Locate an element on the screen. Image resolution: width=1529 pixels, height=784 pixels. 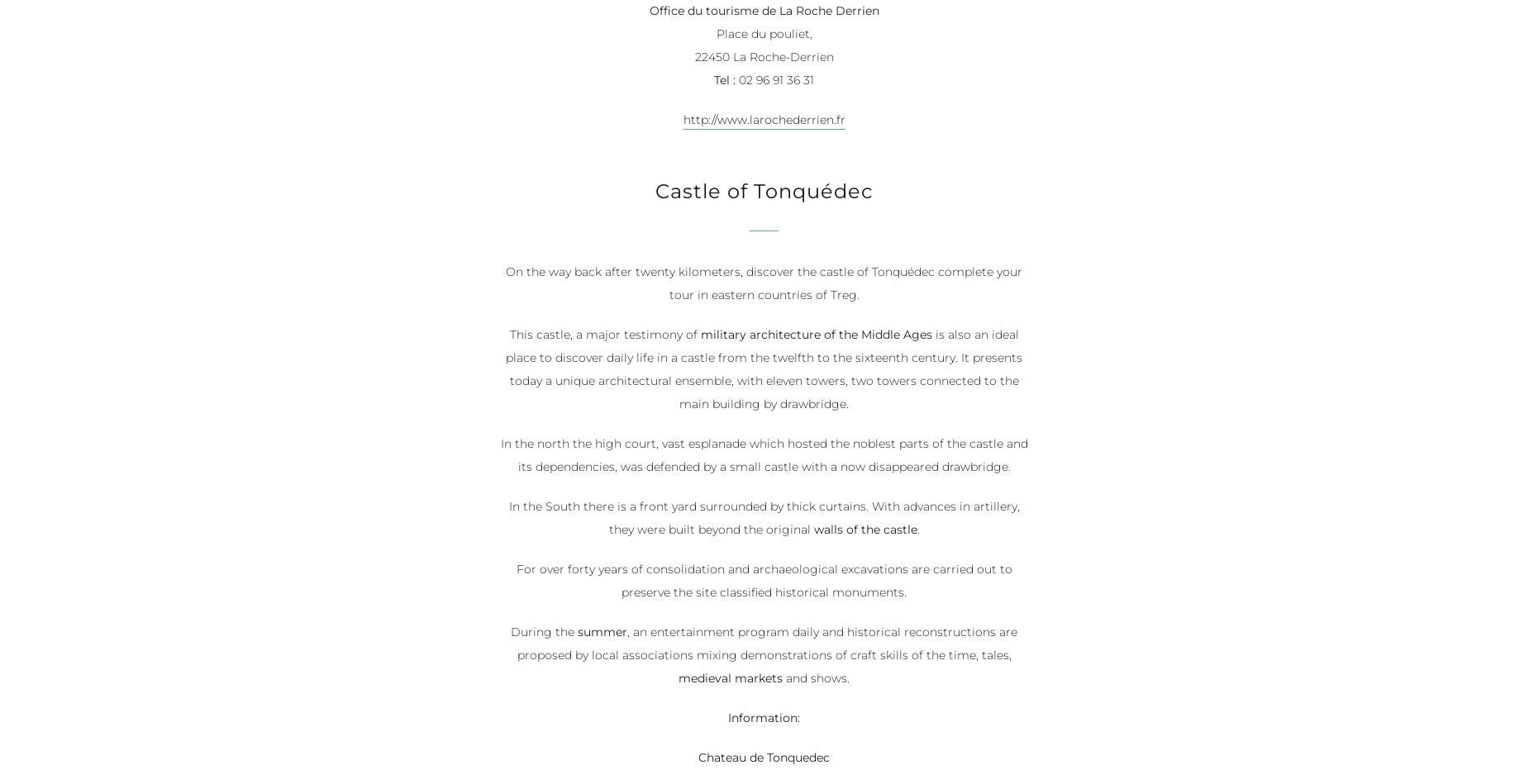
'In the South there is a front yard surrounded by thick curtains. With advances in artillery, they were built beyond the original' is located at coordinates (507, 517).